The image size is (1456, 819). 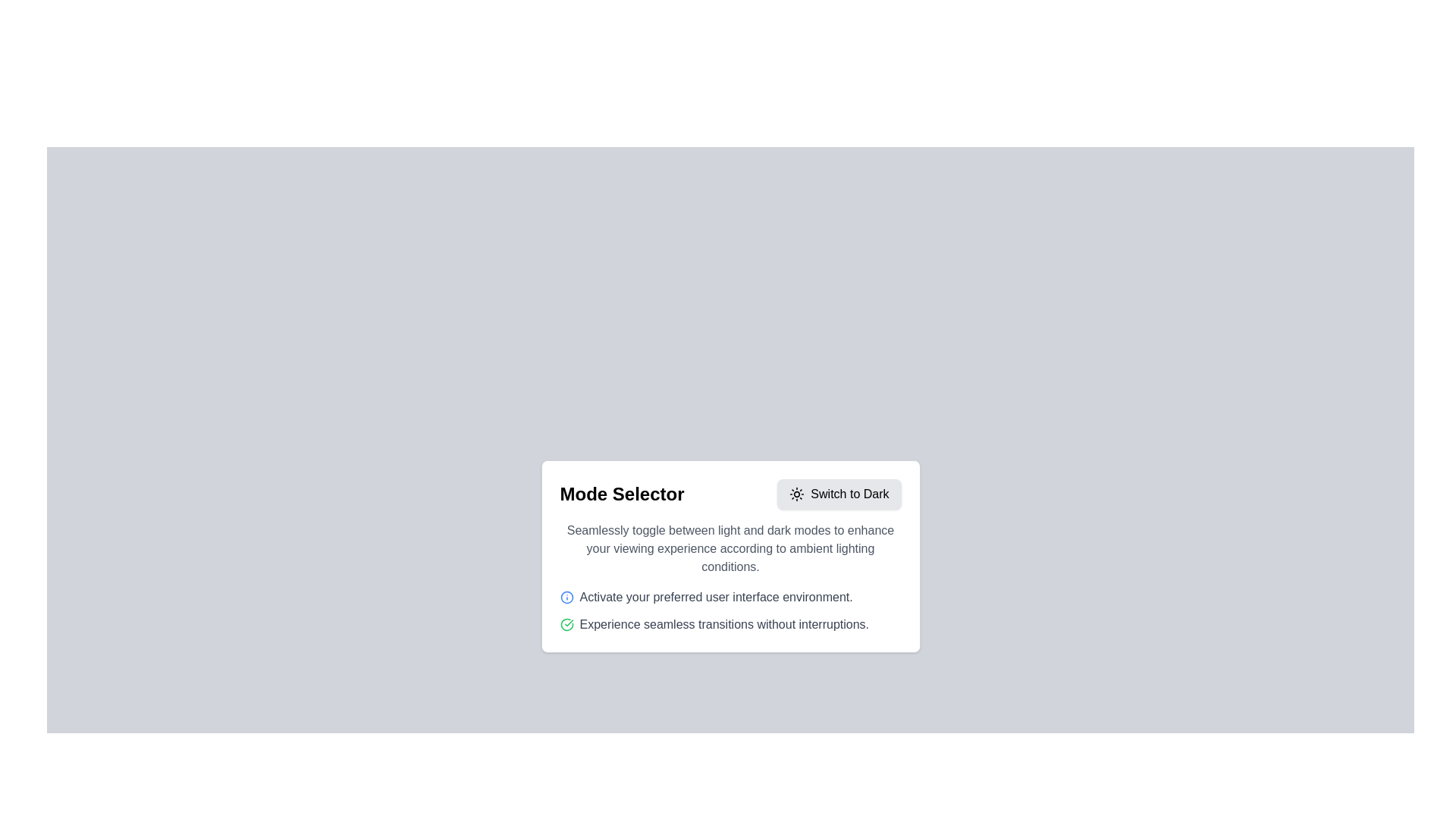 What do you see at coordinates (849, 494) in the screenshot?
I see `the text label reading 'Switch to Dark' which is positioned to the right of the sun icon in the 'Mode Selector' card` at bounding box center [849, 494].